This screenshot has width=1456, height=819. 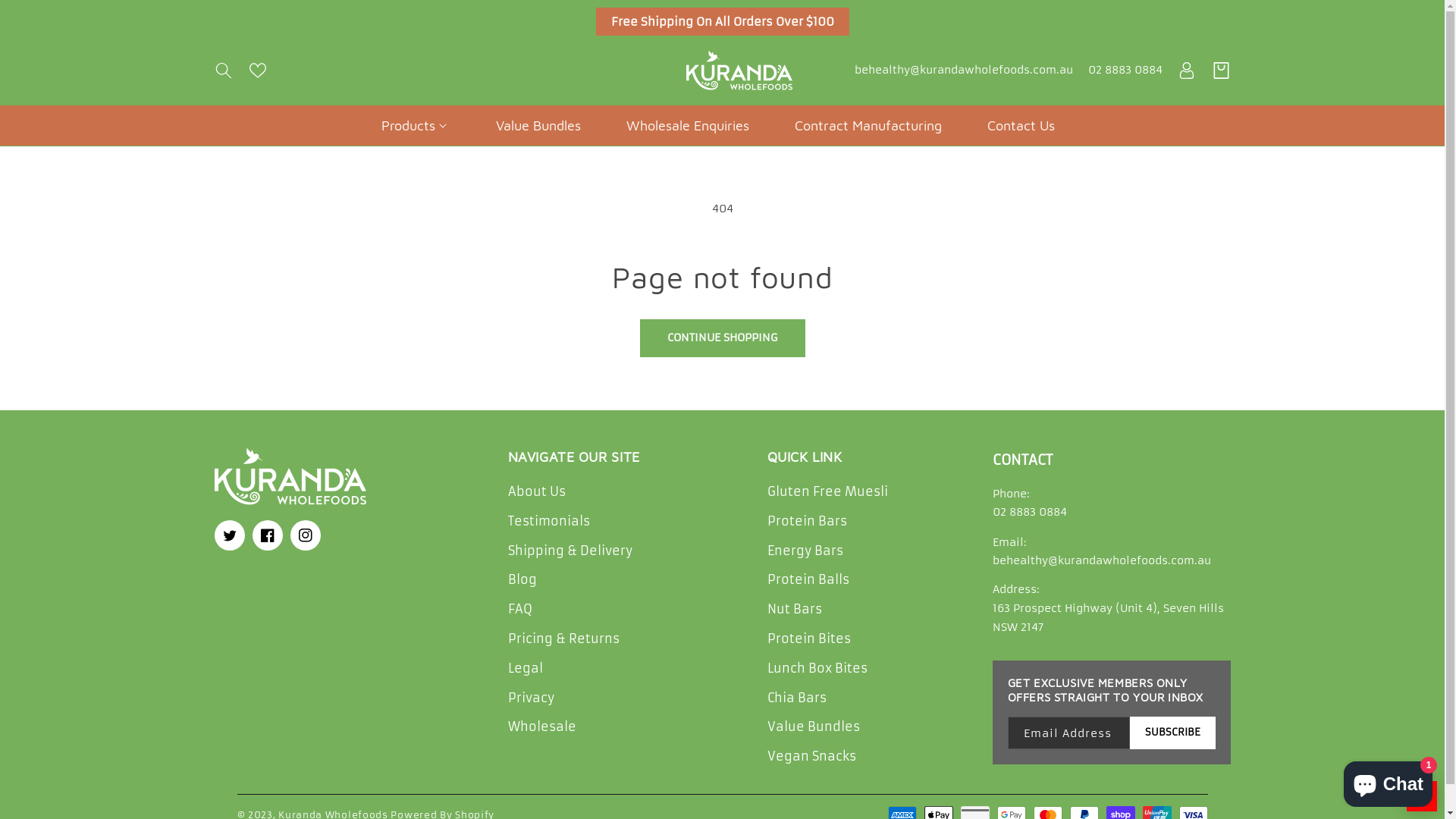 What do you see at coordinates (1388, 780) in the screenshot?
I see `'Shopify online store chat'` at bounding box center [1388, 780].